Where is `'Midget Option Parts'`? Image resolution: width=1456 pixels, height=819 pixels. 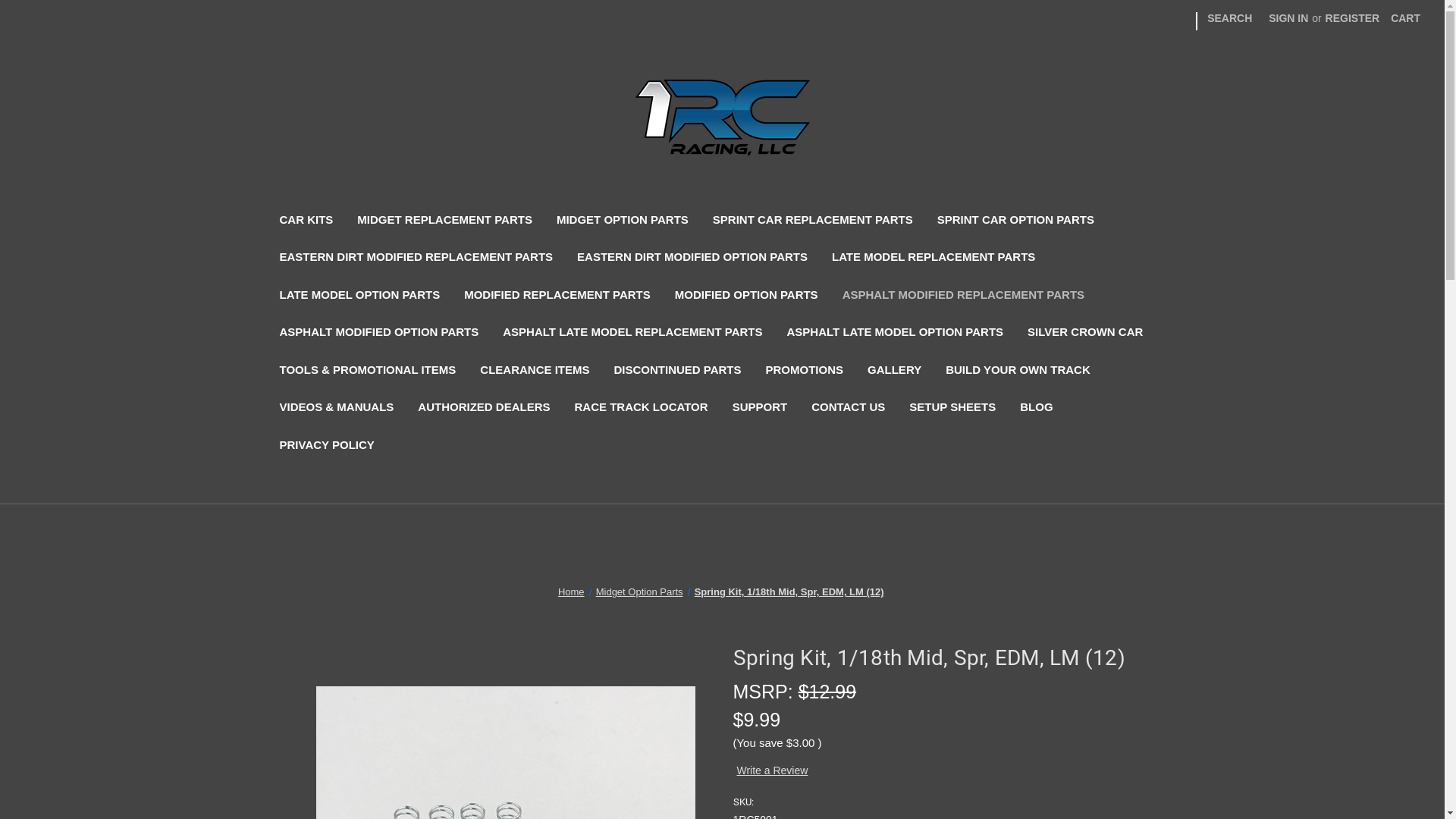 'Midget Option Parts' is located at coordinates (639, 591).